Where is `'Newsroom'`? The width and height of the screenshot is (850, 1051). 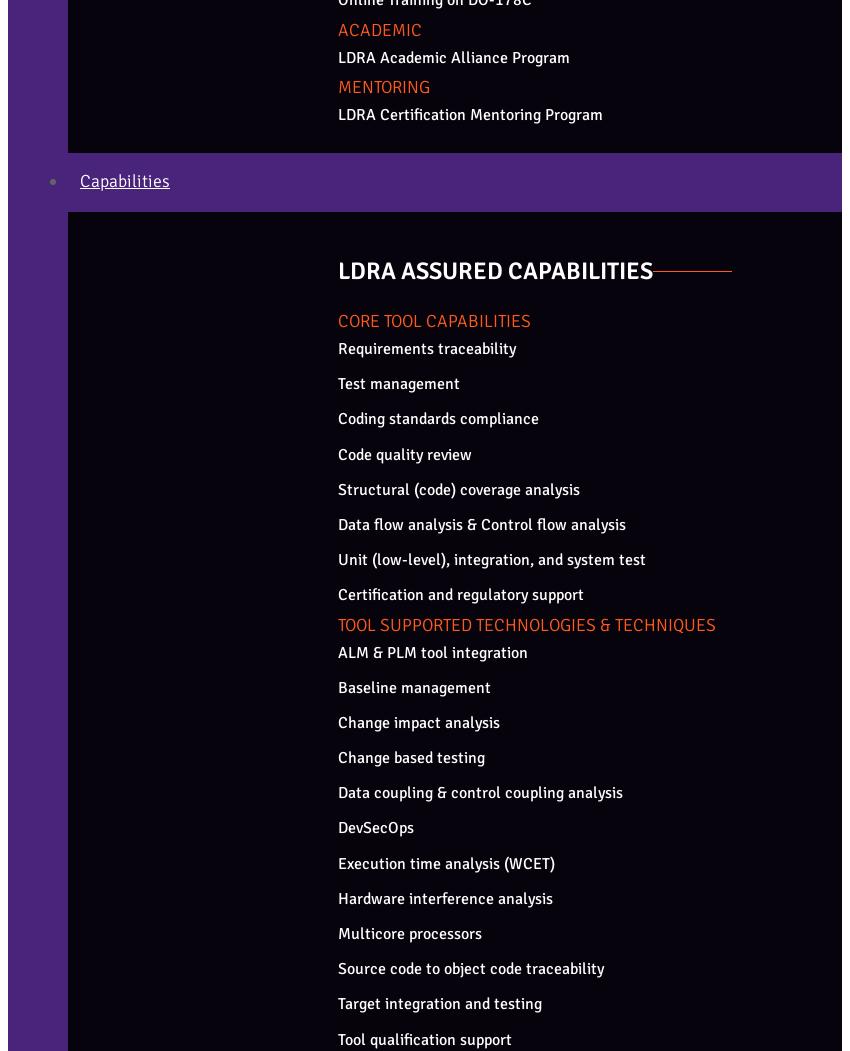
'Newsroom' is located at coordinates (86, 373).